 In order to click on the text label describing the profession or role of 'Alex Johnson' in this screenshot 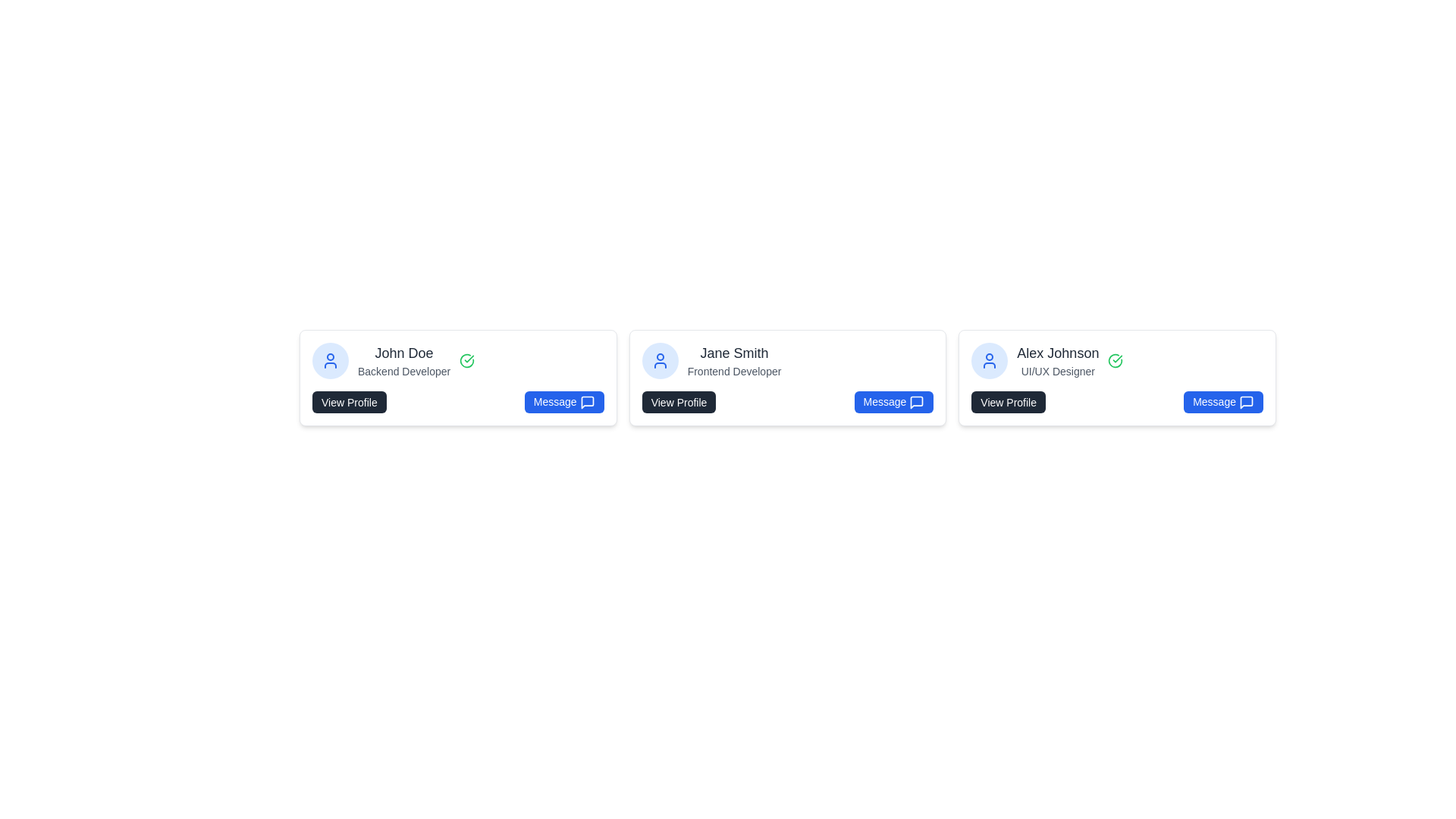, I will do `click(1057, 371)`.